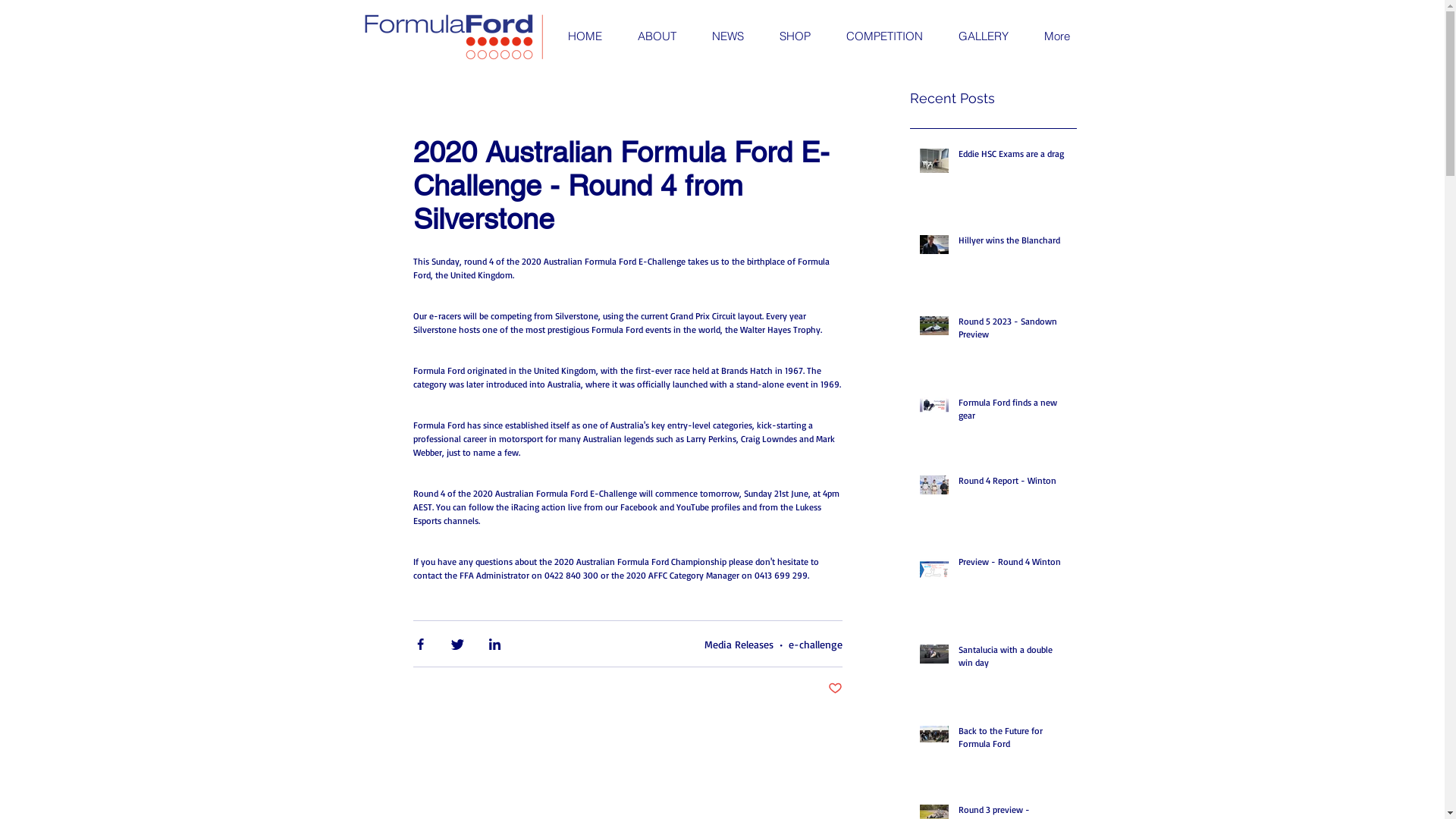 This screenshot has height=819, width=1456. I want to click on 'HOME', so click(549, 35).